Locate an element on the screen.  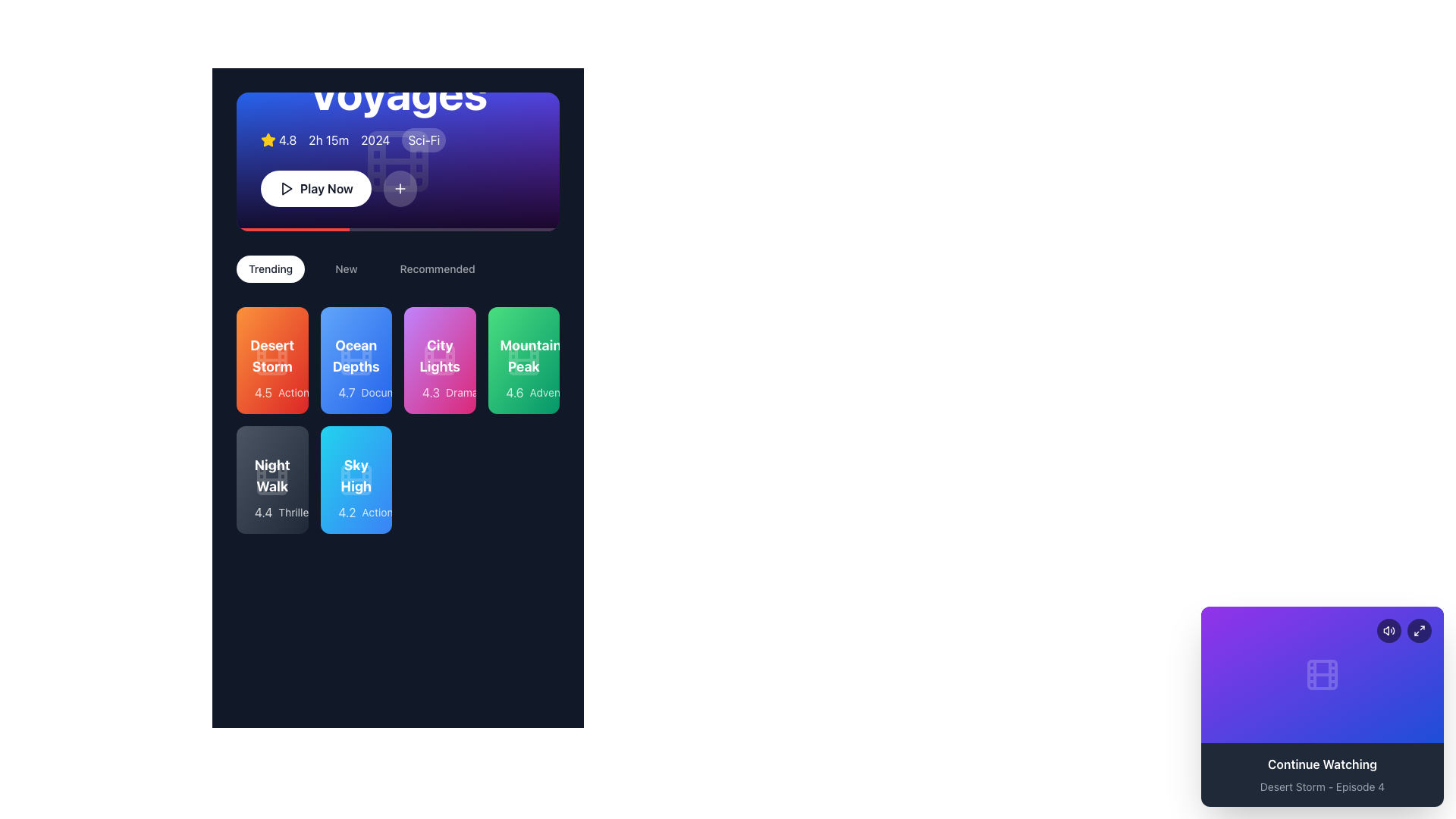
the decorative icon representing a movie or video-related entity located in the top-left orange card under the 'Trending' category heading is located at coordinates (272, 360).